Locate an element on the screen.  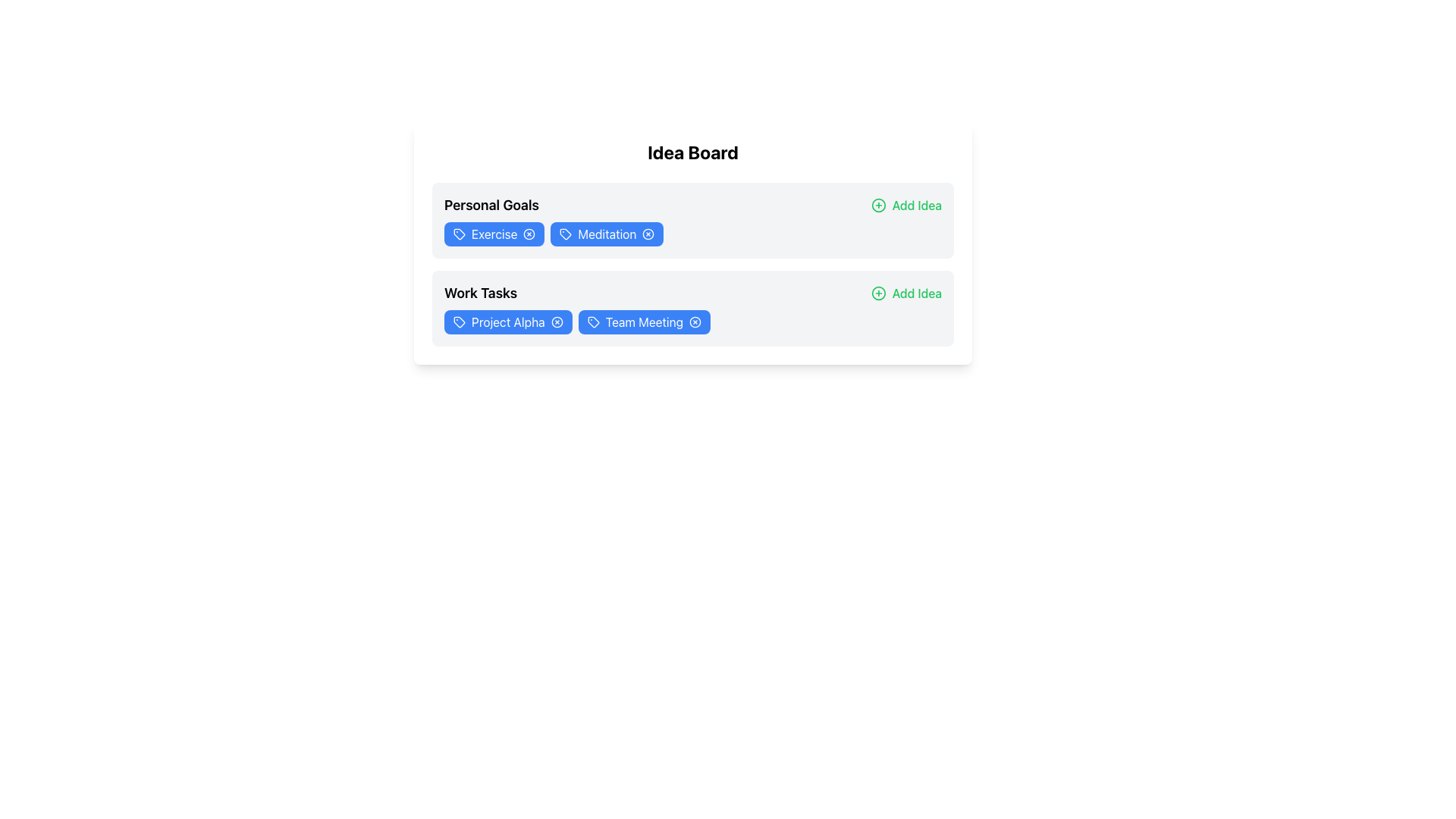
the tag icon on the blue button labeled 'Project Alpha', which is located in the 'Work Tasks' group is located at coordinates (458, 321).